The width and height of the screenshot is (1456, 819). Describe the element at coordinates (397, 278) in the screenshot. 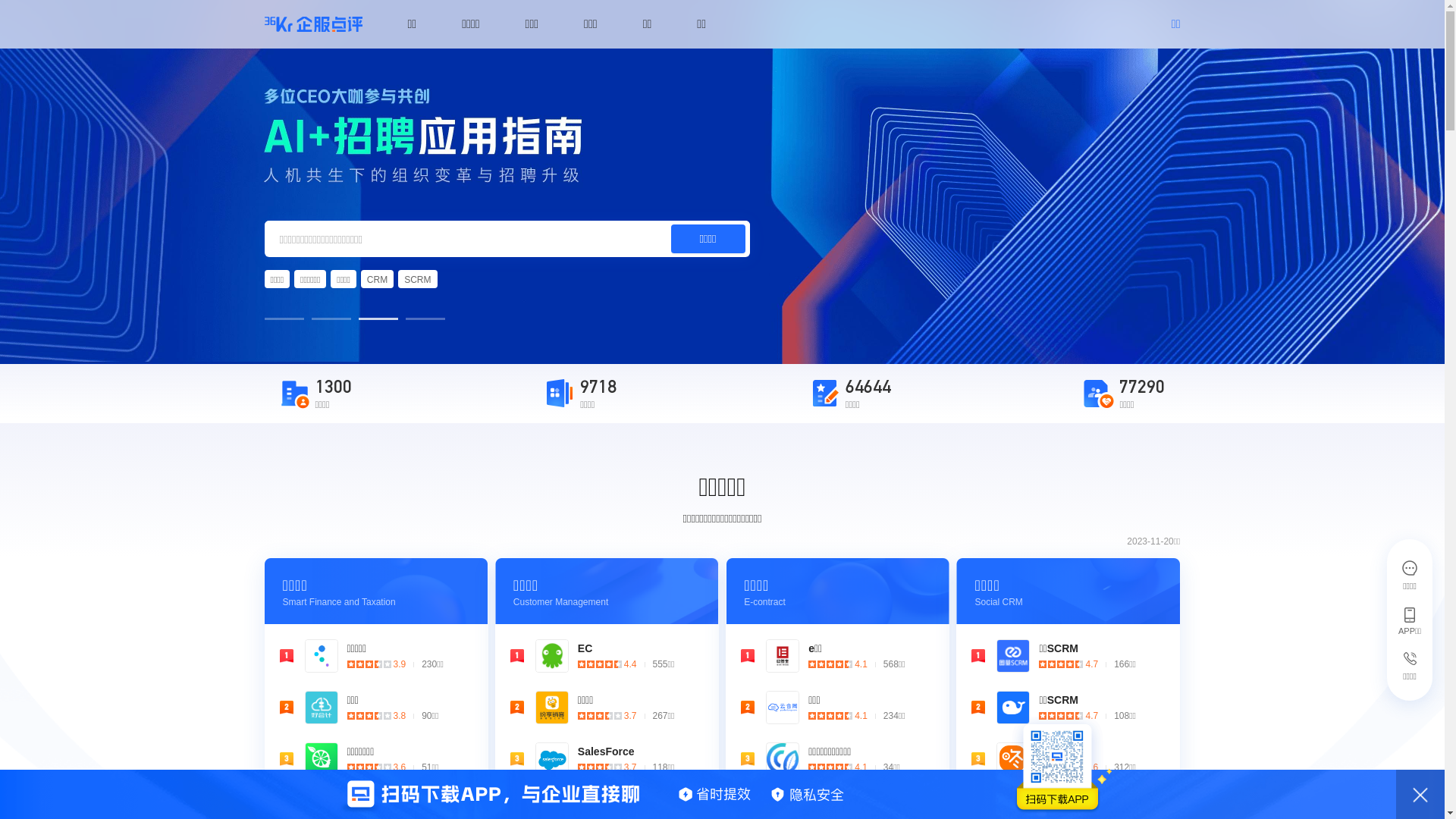

I see `'SCRM'` at that location.